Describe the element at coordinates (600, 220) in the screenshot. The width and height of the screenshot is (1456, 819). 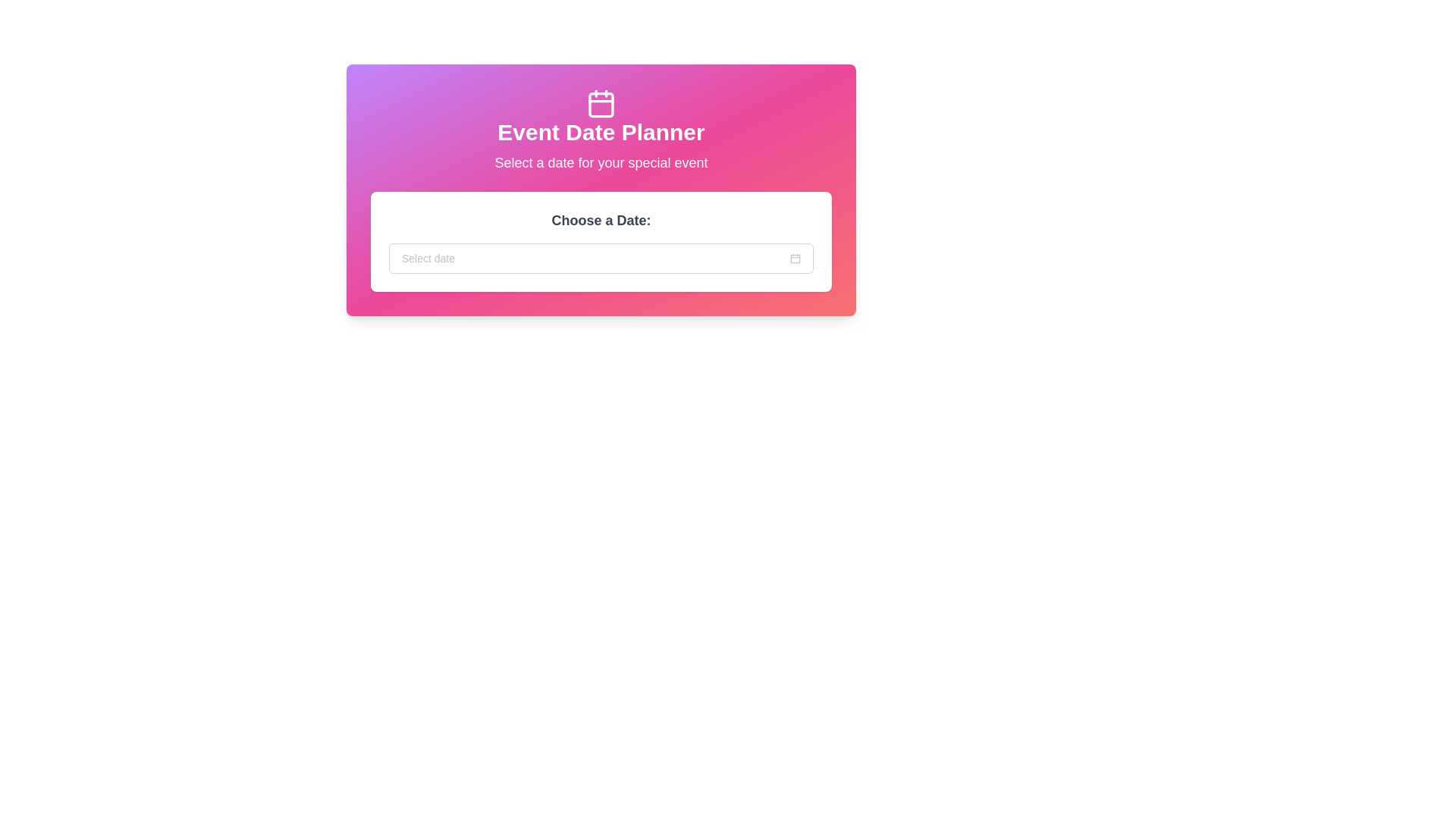
I see `the Text Label that introduces the date picker input field located at the middle-top of the white rectangular card` at that location.